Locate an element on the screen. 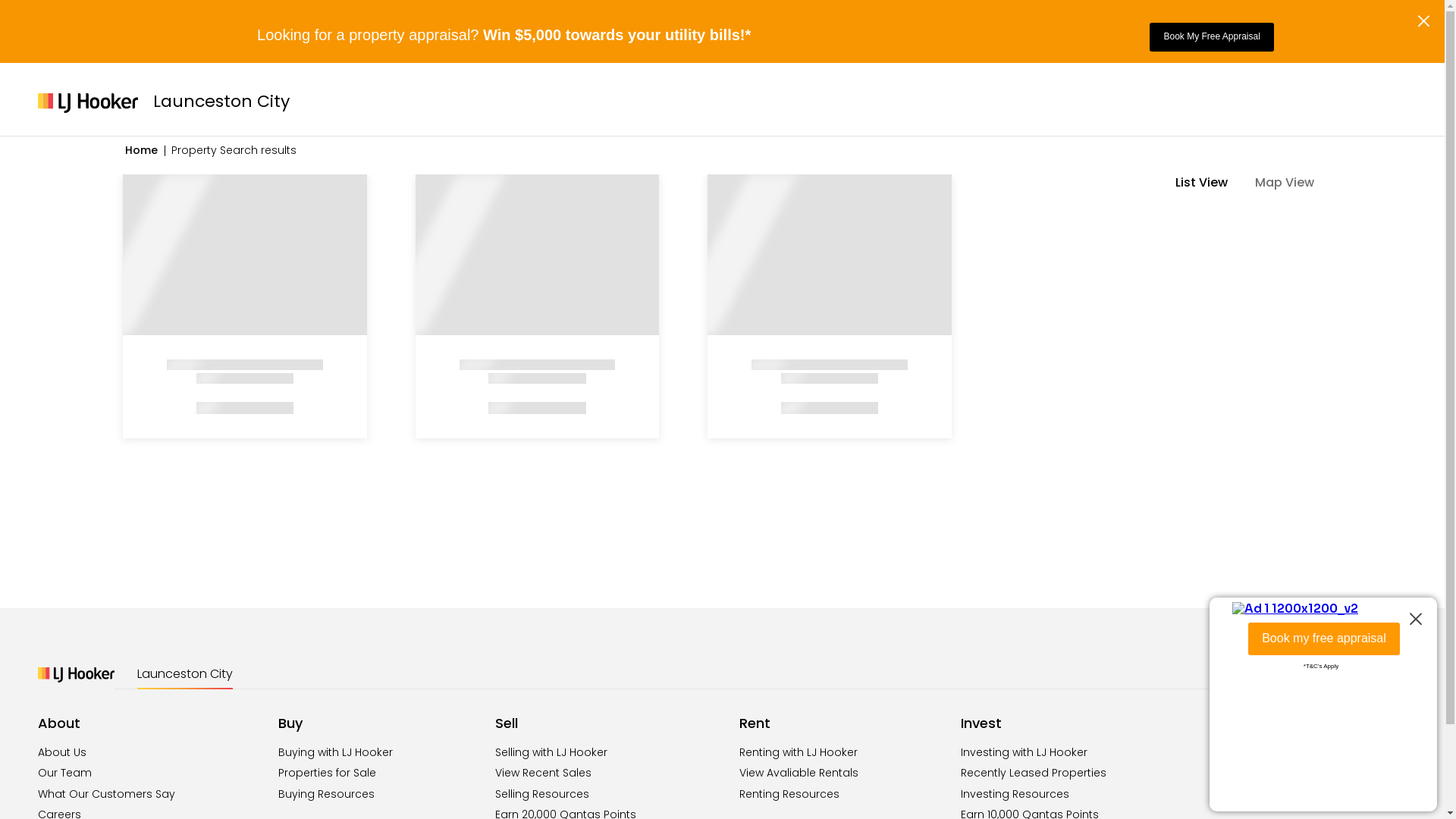 Image resolution: width=1456 pixels, height=819 pixels. 'Renting with LJ Hooker' is located at coordinates (797, 752).